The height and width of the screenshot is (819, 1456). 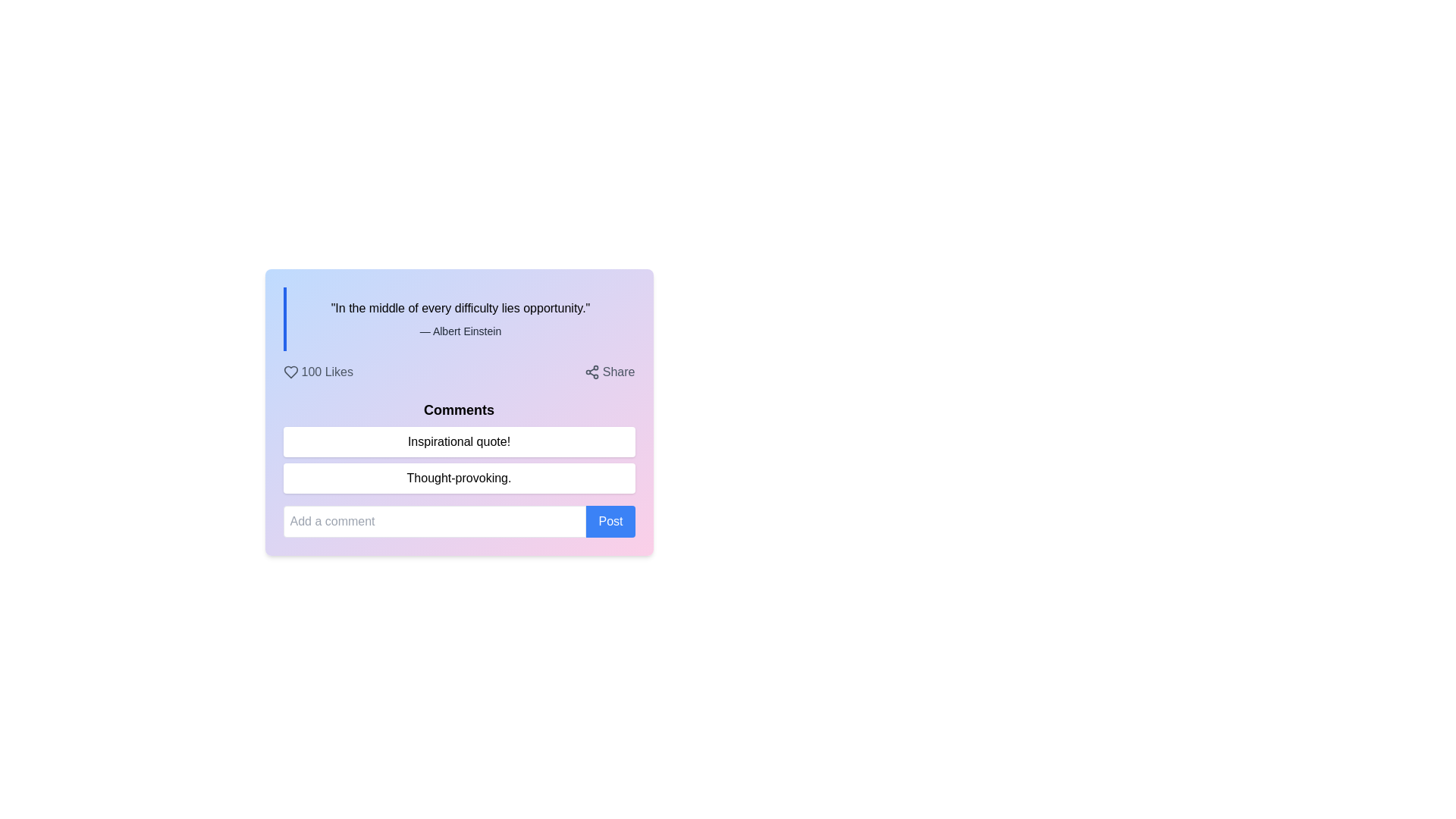 What do you see at coordinates (458, 467) in the screenshot?
I see `the second comment box` at bounding box center [458, 467].